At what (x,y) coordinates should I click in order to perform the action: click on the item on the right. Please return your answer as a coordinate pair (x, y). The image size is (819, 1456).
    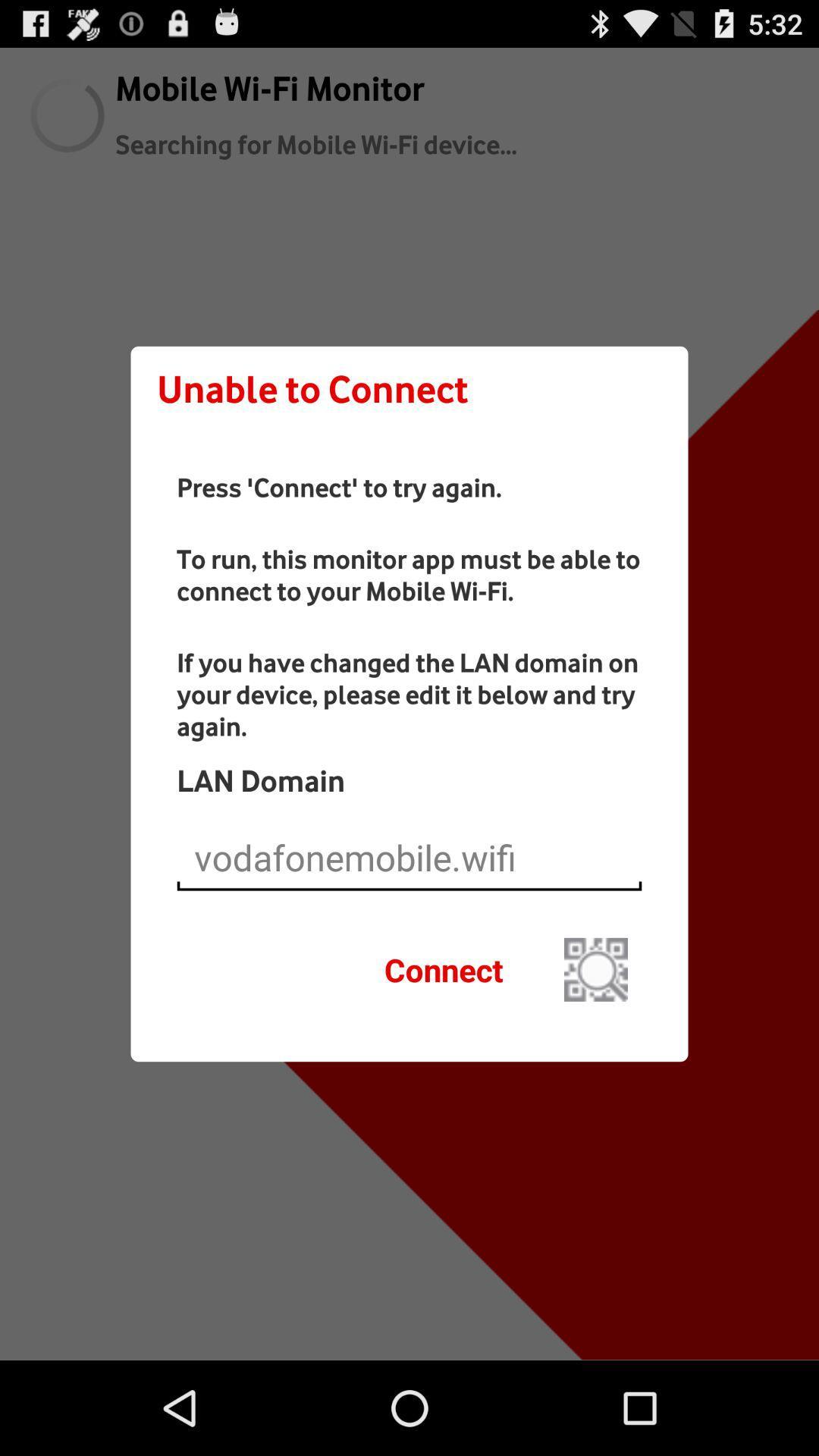
    Looking at the image, I should click on (595, 968).